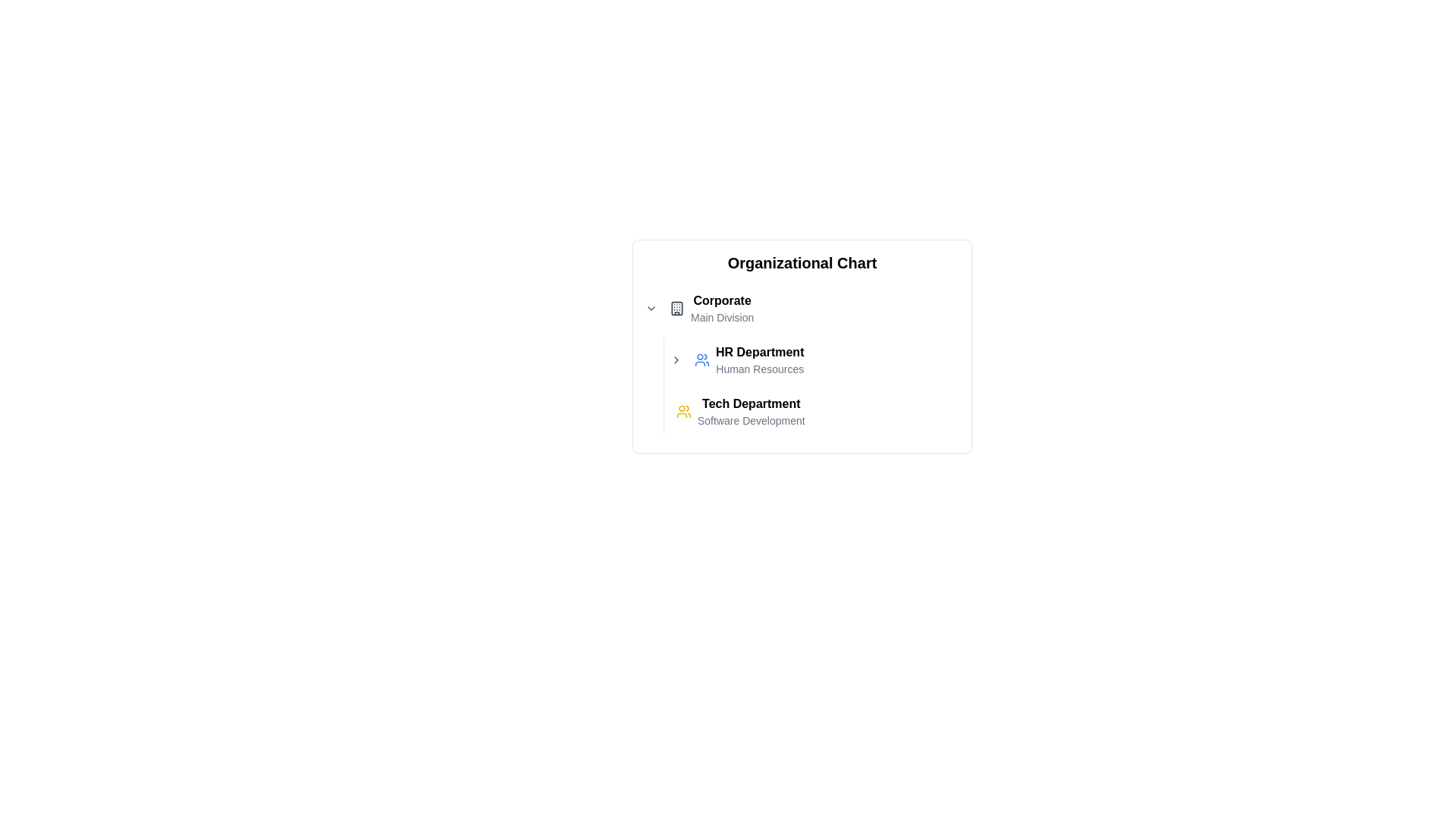  I want to click on the text label displaying 'HR Department' which is bold and located below the 'Corporate' header, to interact with it, so click(760, 359).